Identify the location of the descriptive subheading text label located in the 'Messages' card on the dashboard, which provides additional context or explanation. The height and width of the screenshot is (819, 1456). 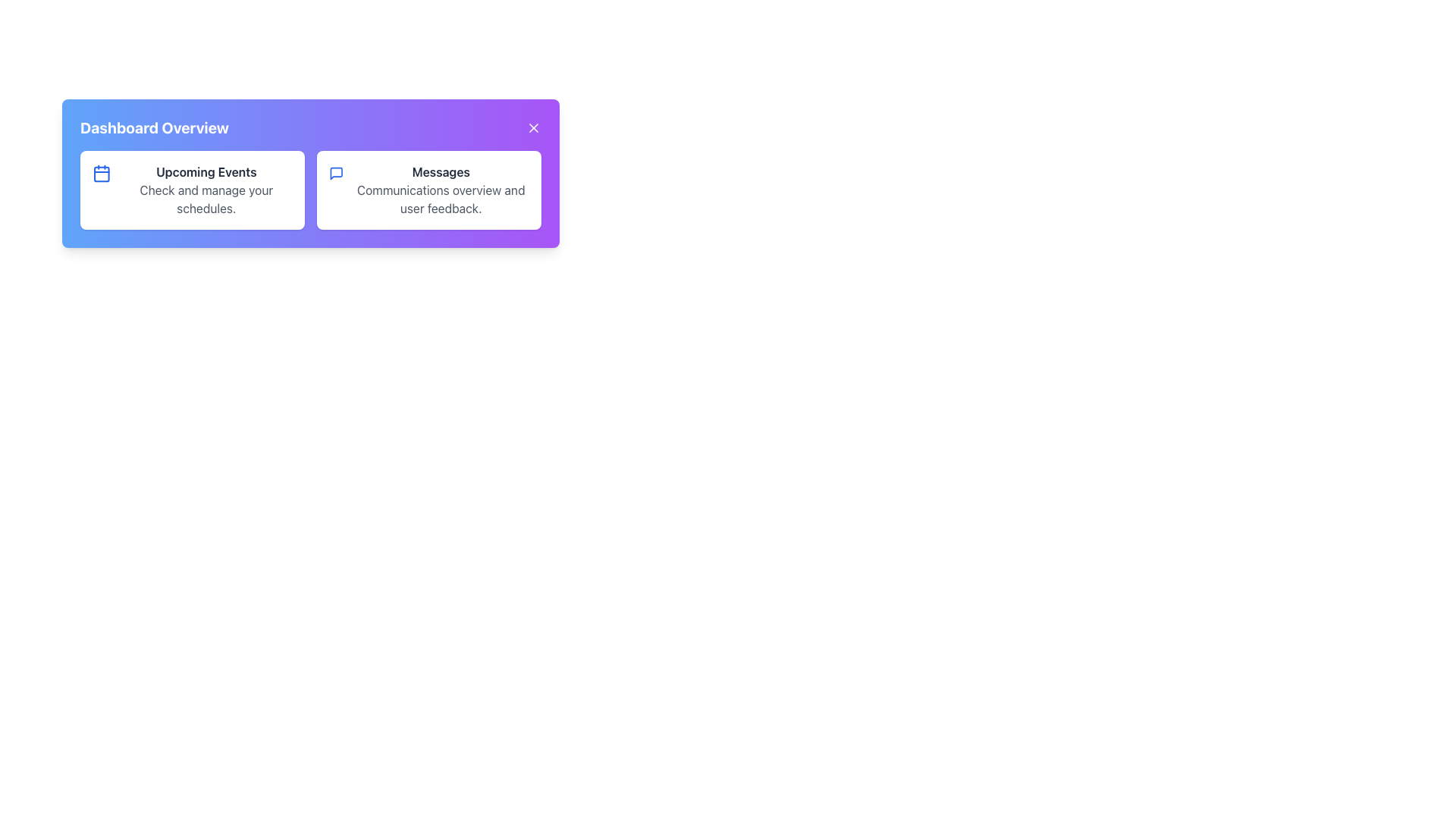
(440, 198).